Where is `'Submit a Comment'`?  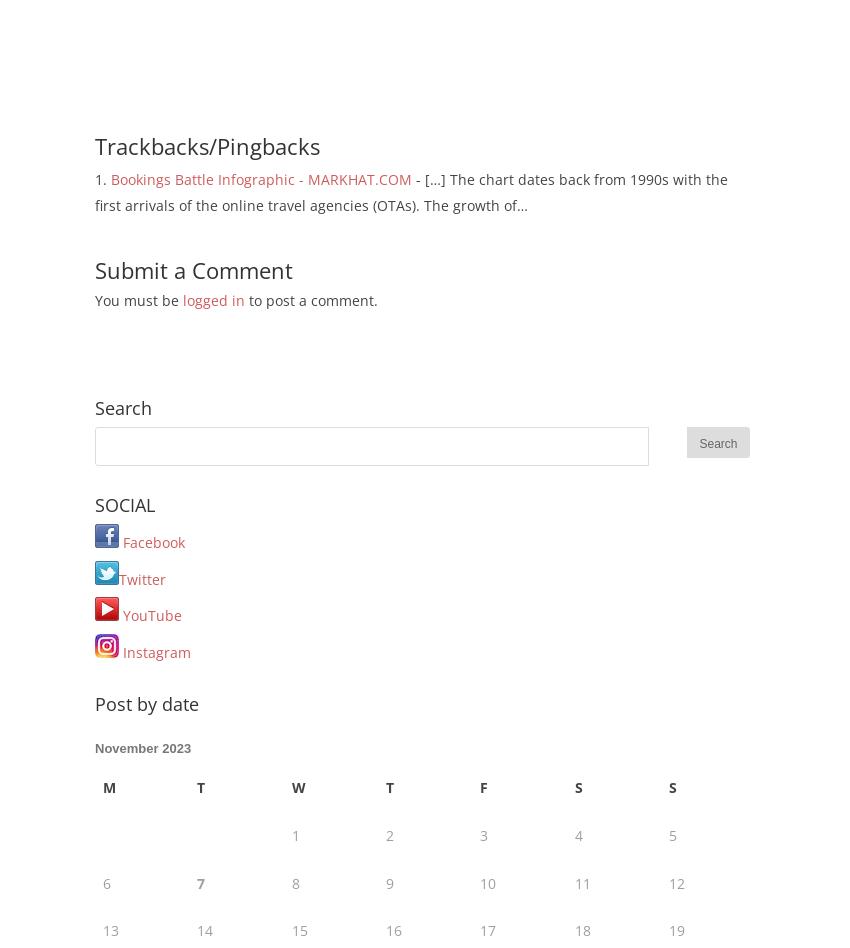 'Submit a Comment' is located at coordinates (192, 269).